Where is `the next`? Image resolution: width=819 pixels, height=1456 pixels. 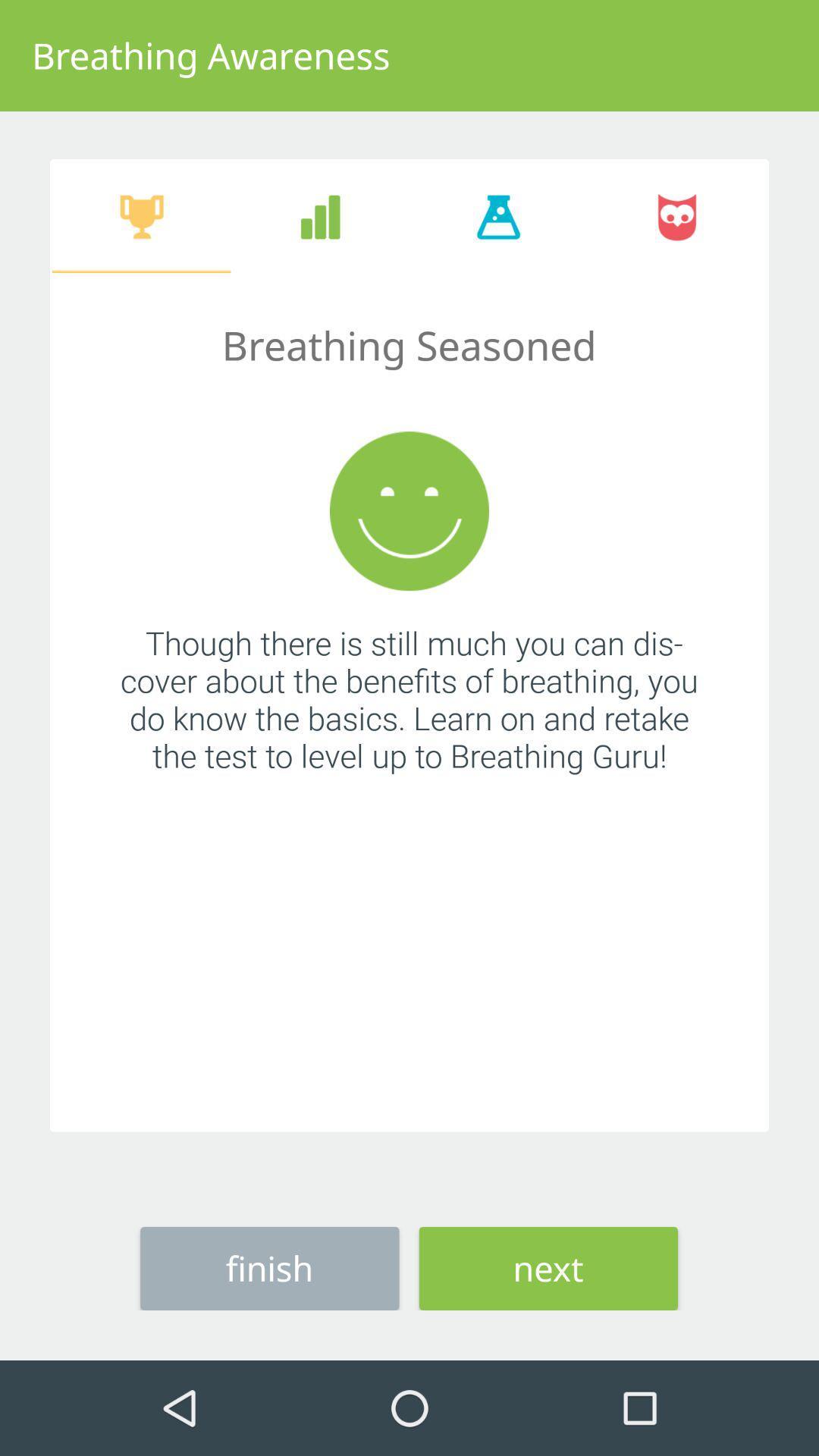 the next is located at coordinates (548, 1268).